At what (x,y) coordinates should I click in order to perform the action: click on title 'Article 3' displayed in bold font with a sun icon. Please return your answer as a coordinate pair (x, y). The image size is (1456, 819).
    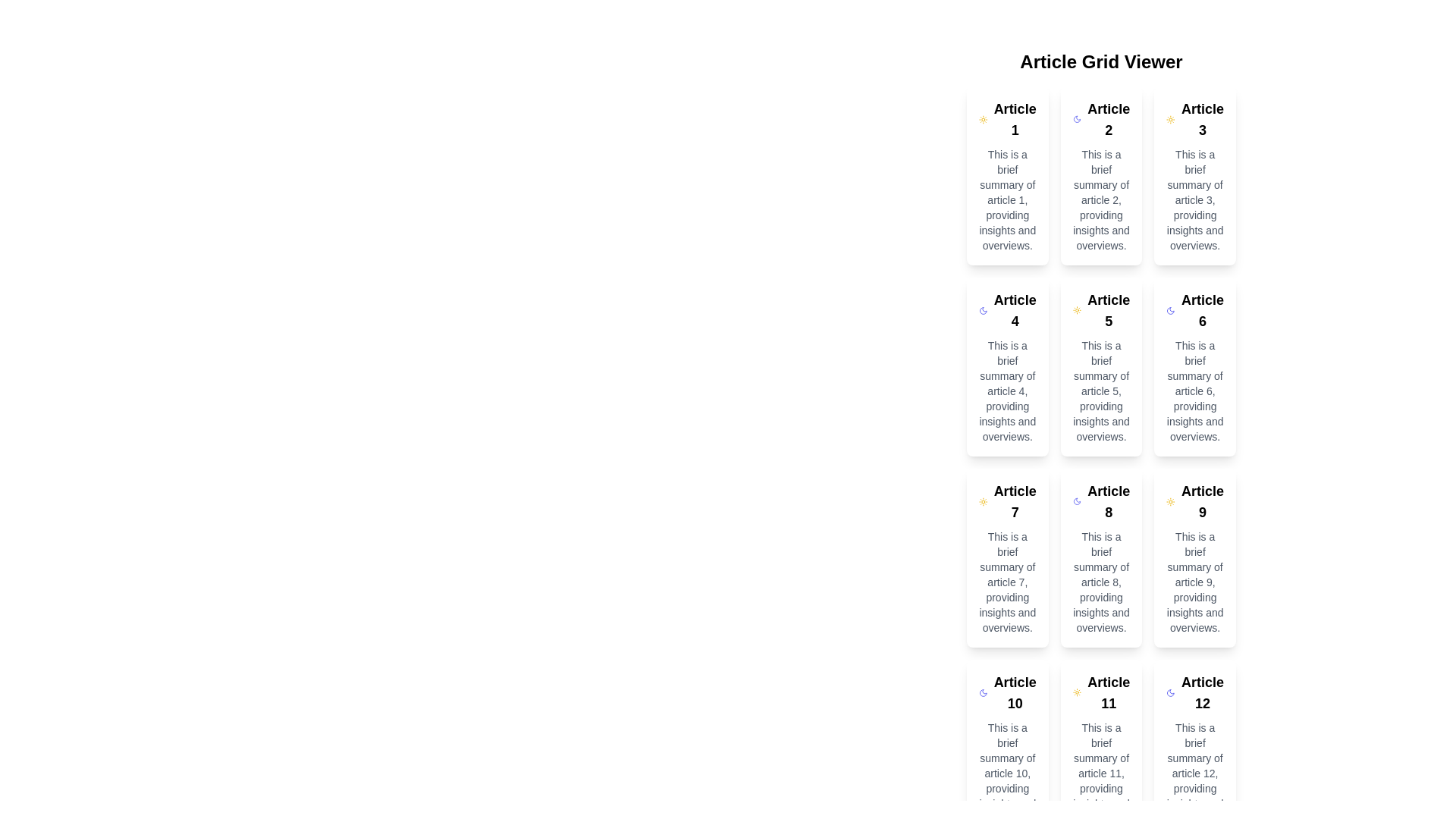
    Looking at the image, I should click on (1194, 119).